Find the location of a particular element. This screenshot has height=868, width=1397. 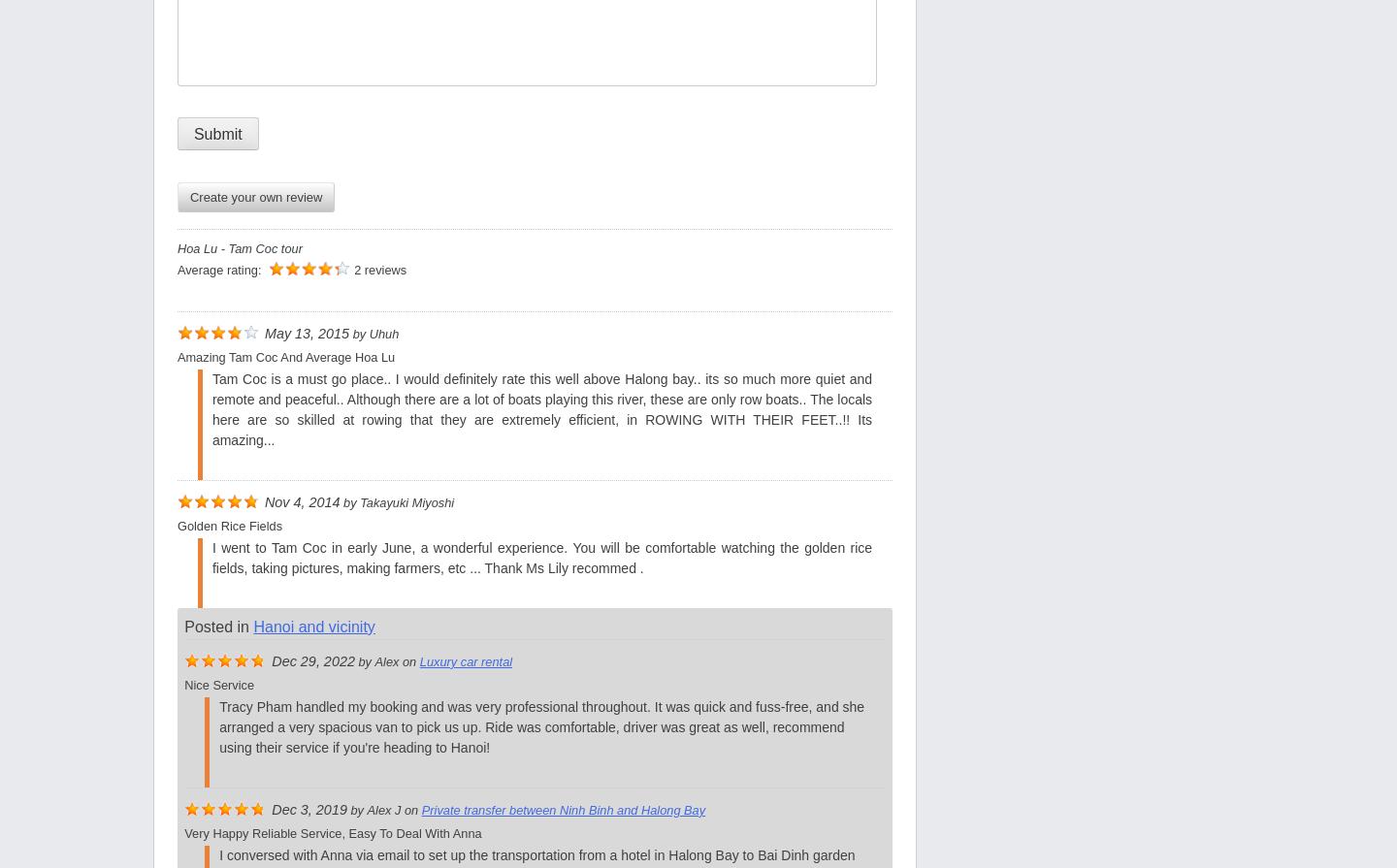

'Nice service' is located at coordinates (218, 683).